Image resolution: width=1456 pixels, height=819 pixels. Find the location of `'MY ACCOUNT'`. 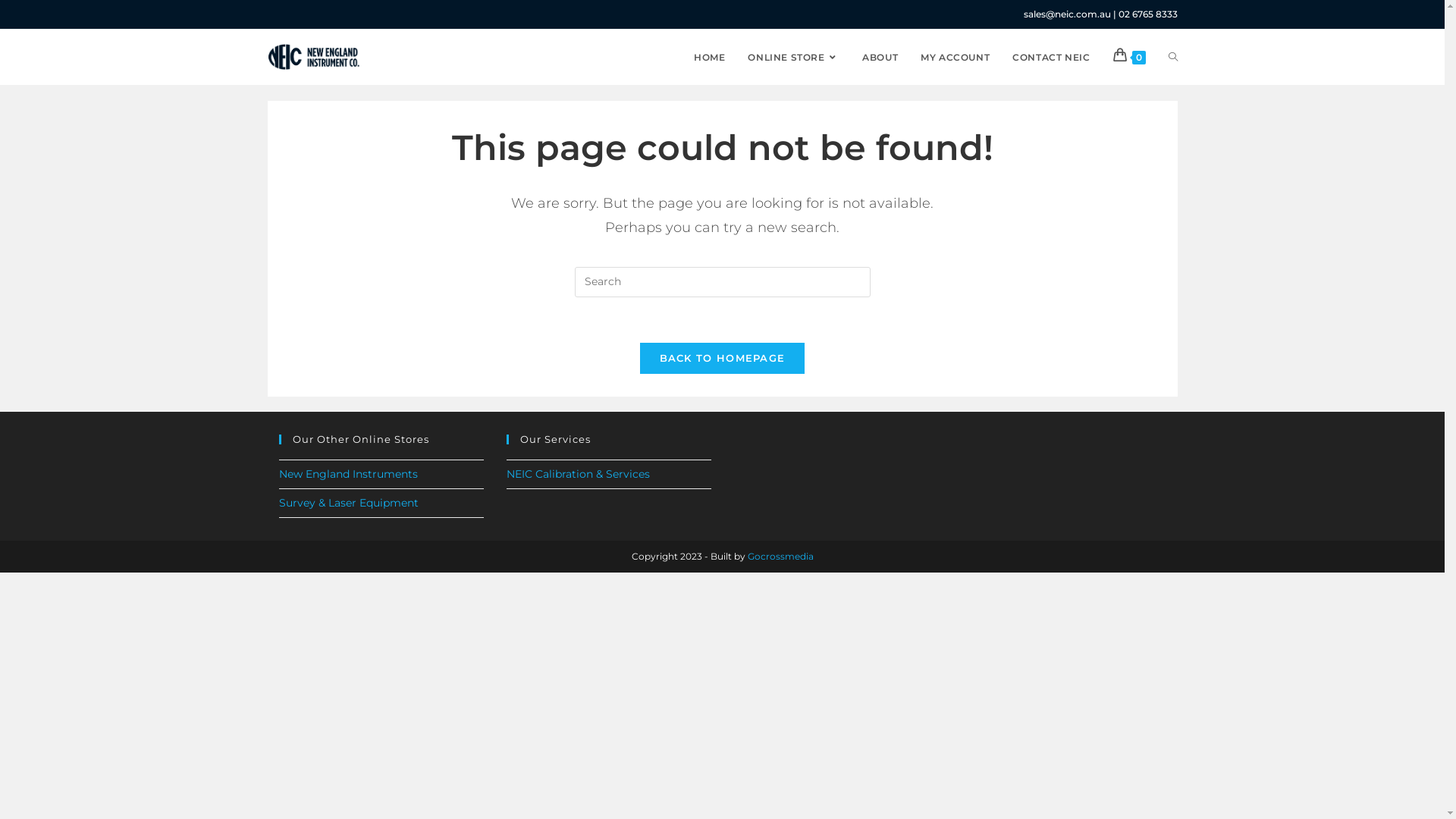

'MY ACCOUNT' is located at coordinates (954, 56).